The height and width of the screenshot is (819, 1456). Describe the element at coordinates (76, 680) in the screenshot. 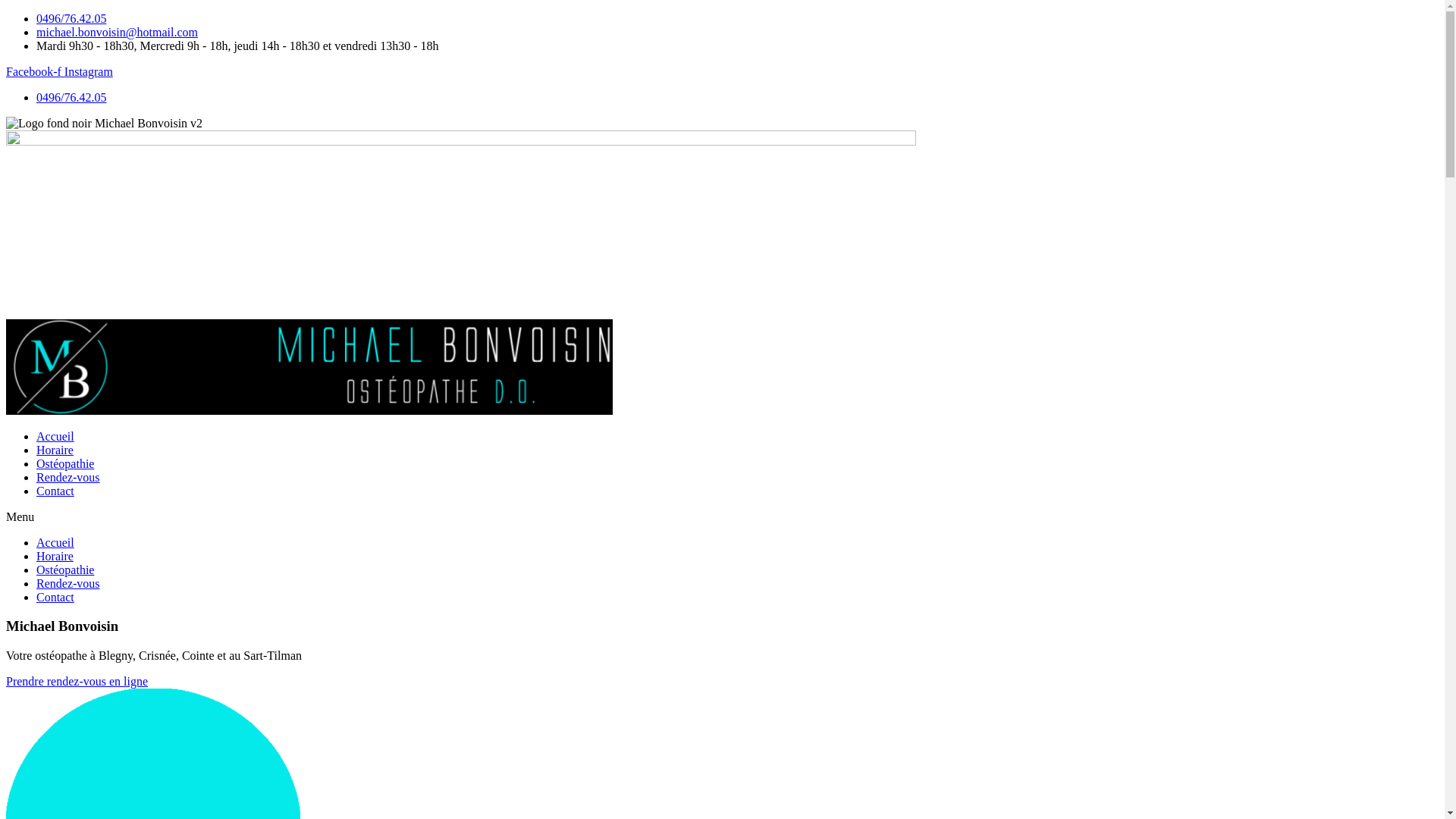

I see `'Prendre rendez-vous en ligne'` at that location.